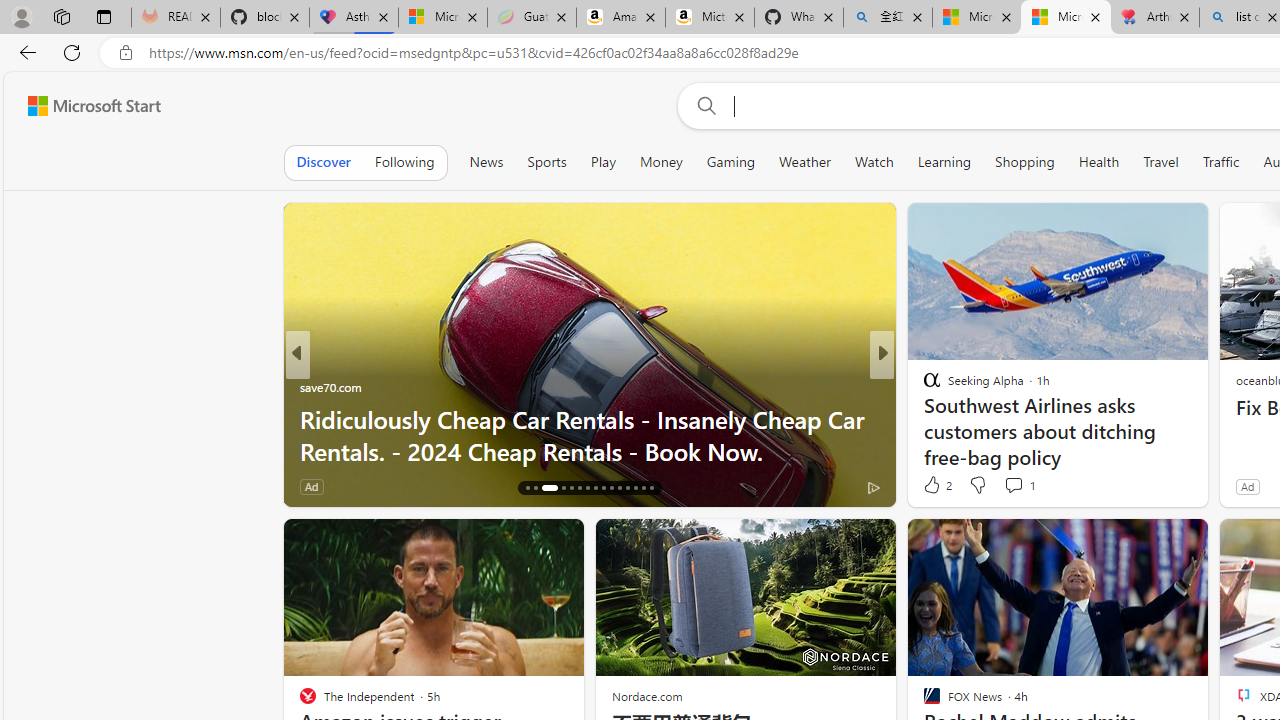  Describe the element at coordinates (610, 488) in the screenshot. I see `'AutomationID: tab-25'` at that location.